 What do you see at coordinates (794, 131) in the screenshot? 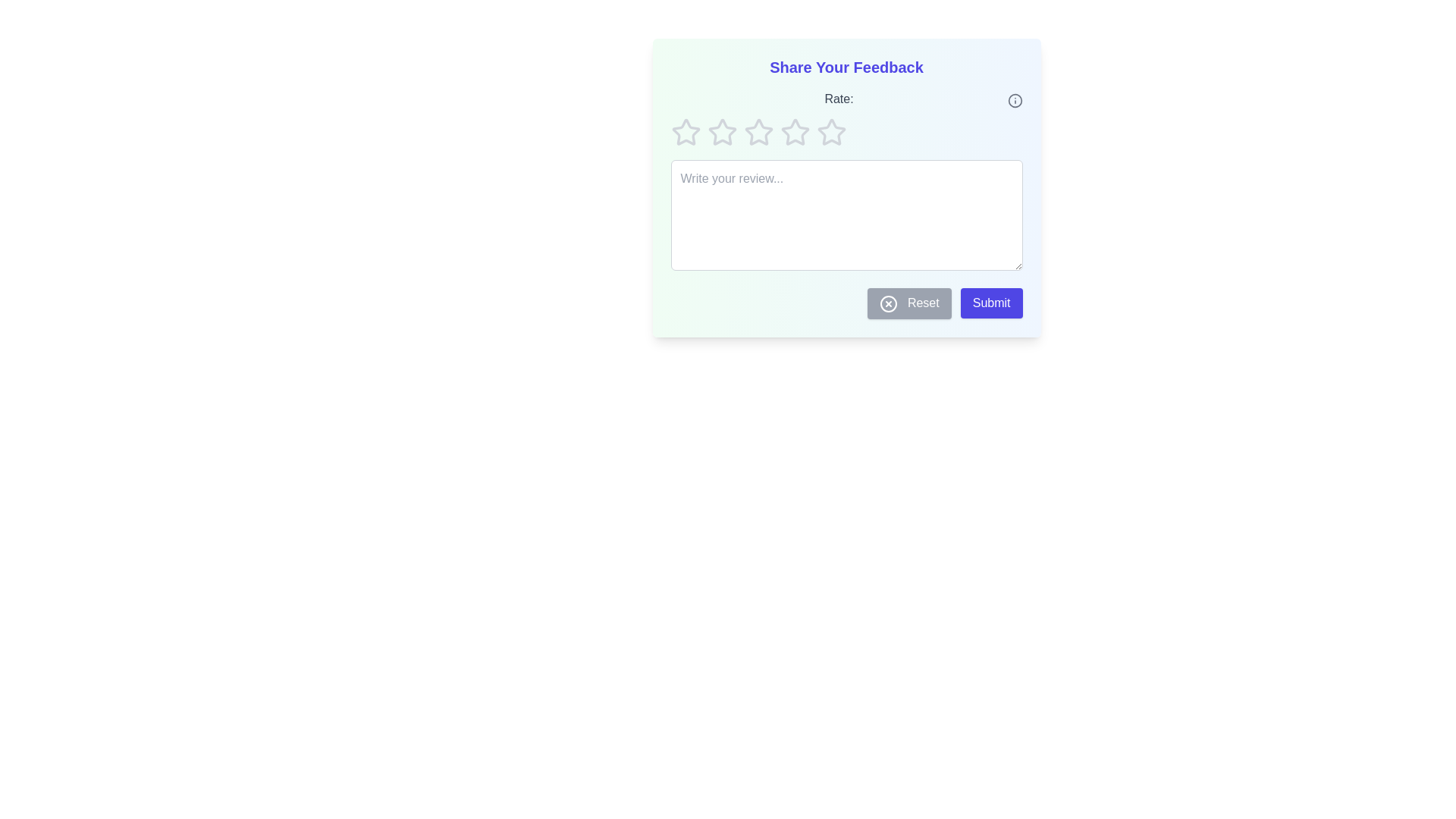
I see `the star corresponding to 4 to preview the rating` at bounding box center [794, 131].